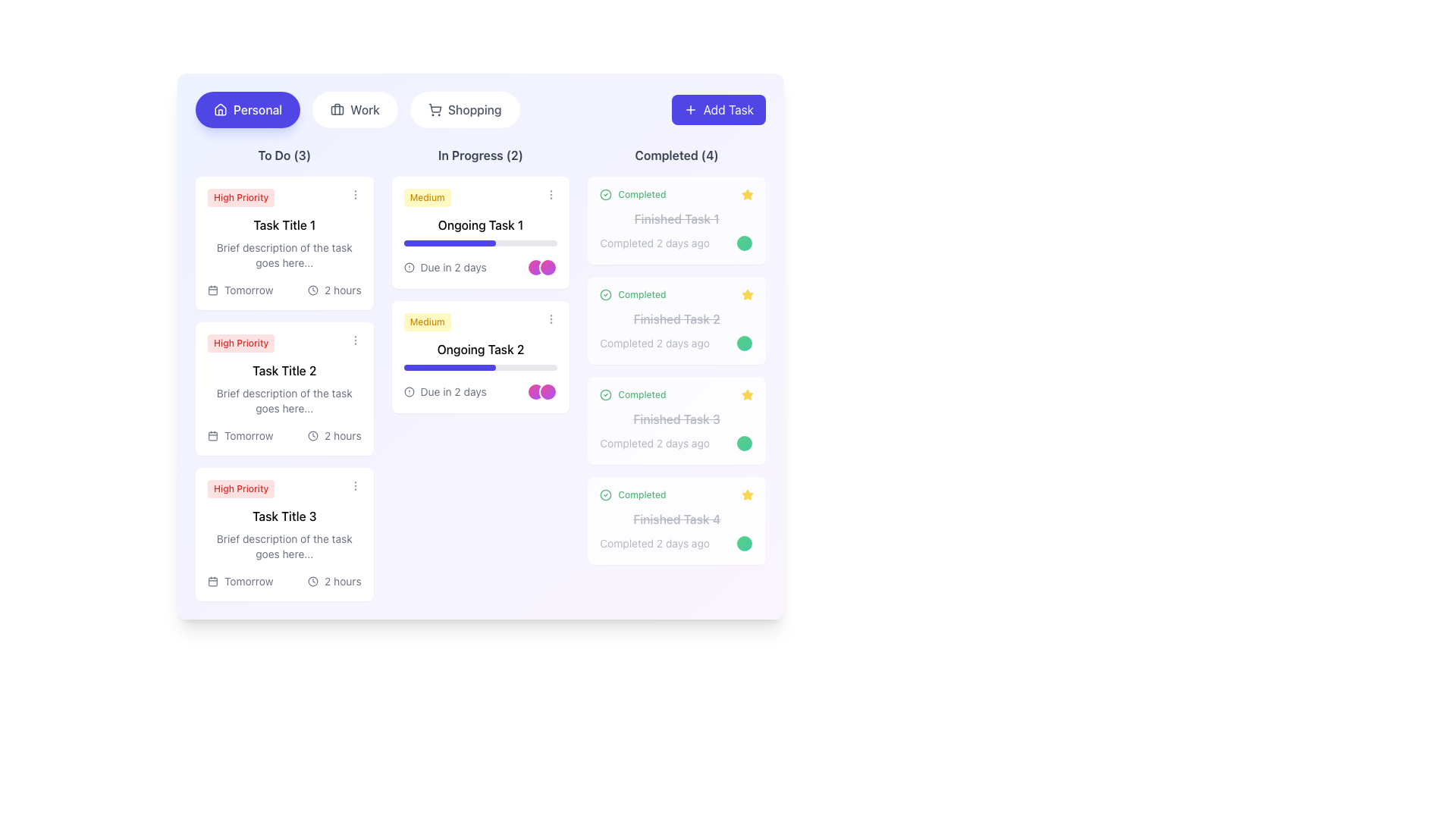 Image resolution: width=1456 pixels, height=819 pixels. What do you see at coordinates (536, 267) in the screenshot?
I see `the leftmost circular icon indicating progress in the 'Ongoing Task 1' card` at bounding box center [536, 267].